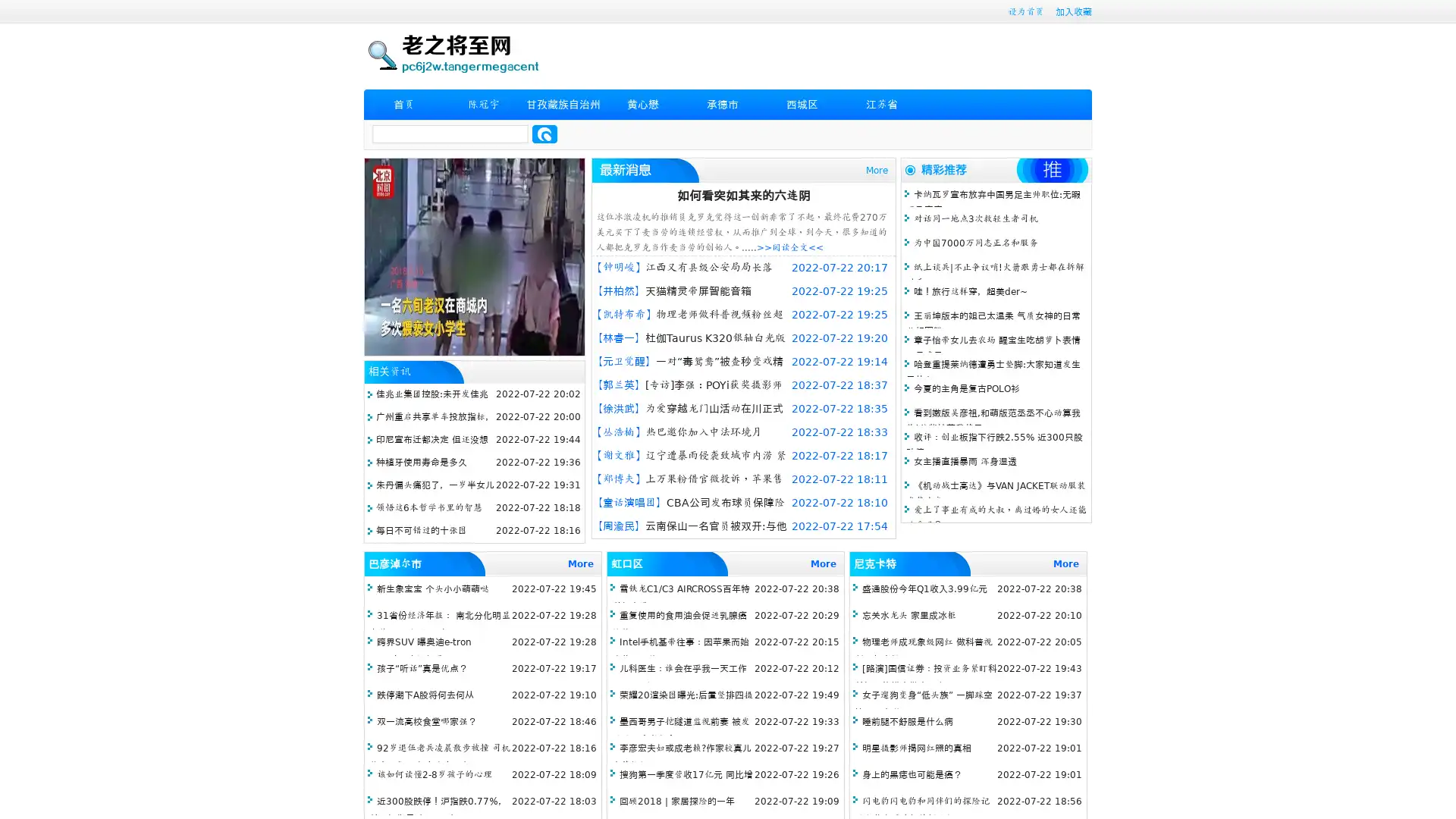 This screenshot has height=819, width=1456. I want to click on Search, so click(544, 133).